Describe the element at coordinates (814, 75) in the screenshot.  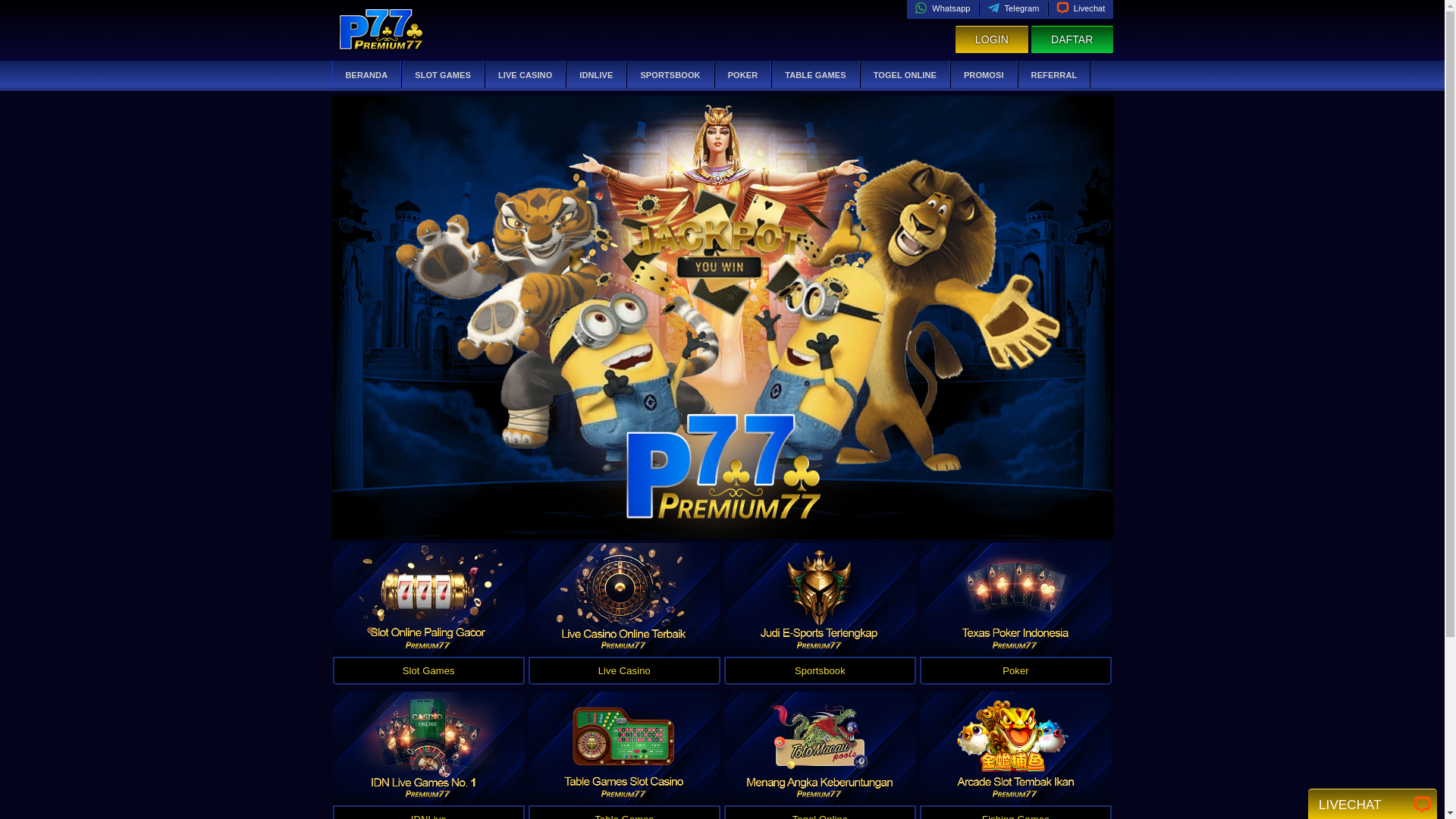
I see `'TABLE GAMES'` at that location.